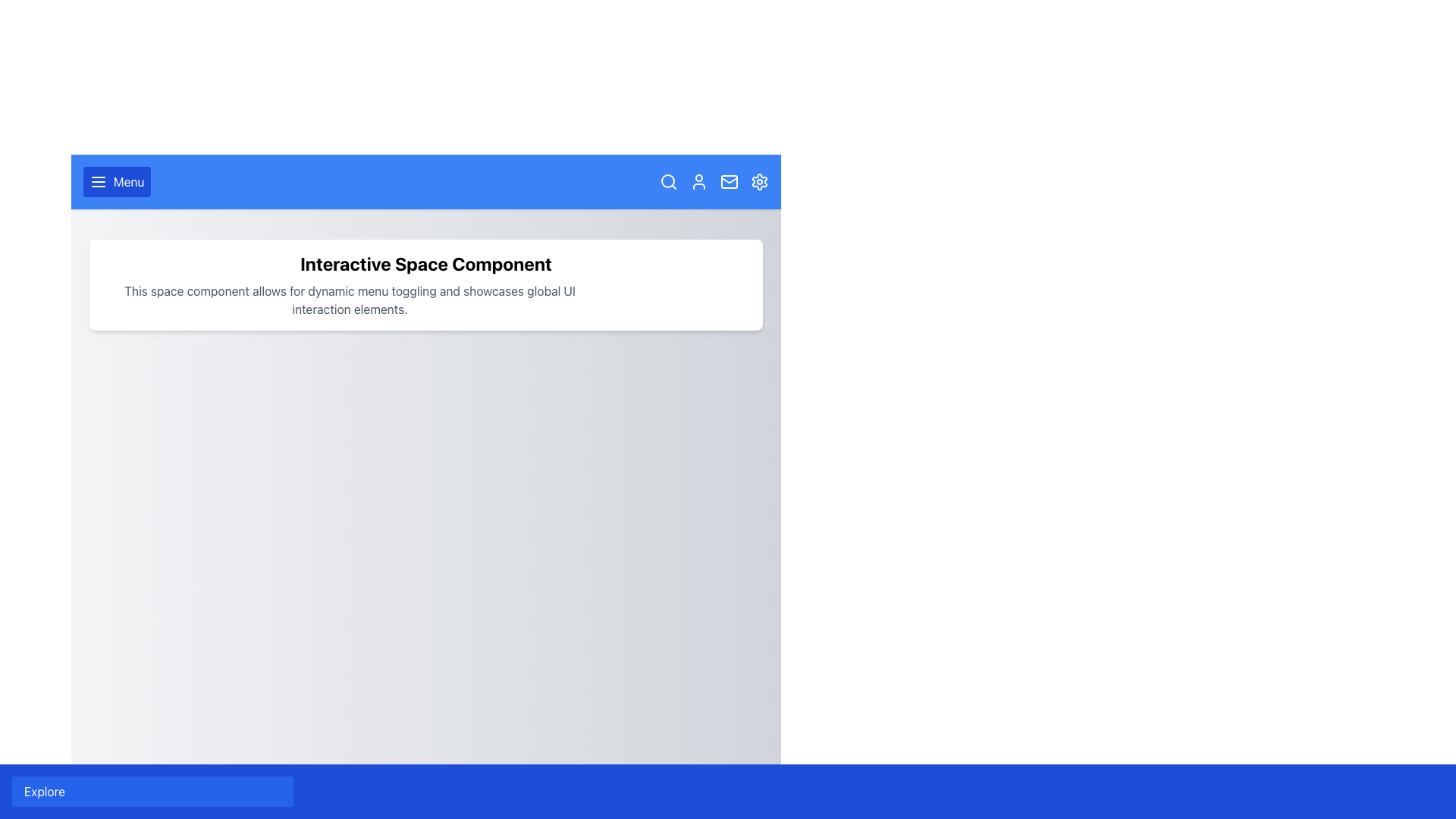  I want to click on the magnifying glass icon on the top navigation bar, so click(668, 180).